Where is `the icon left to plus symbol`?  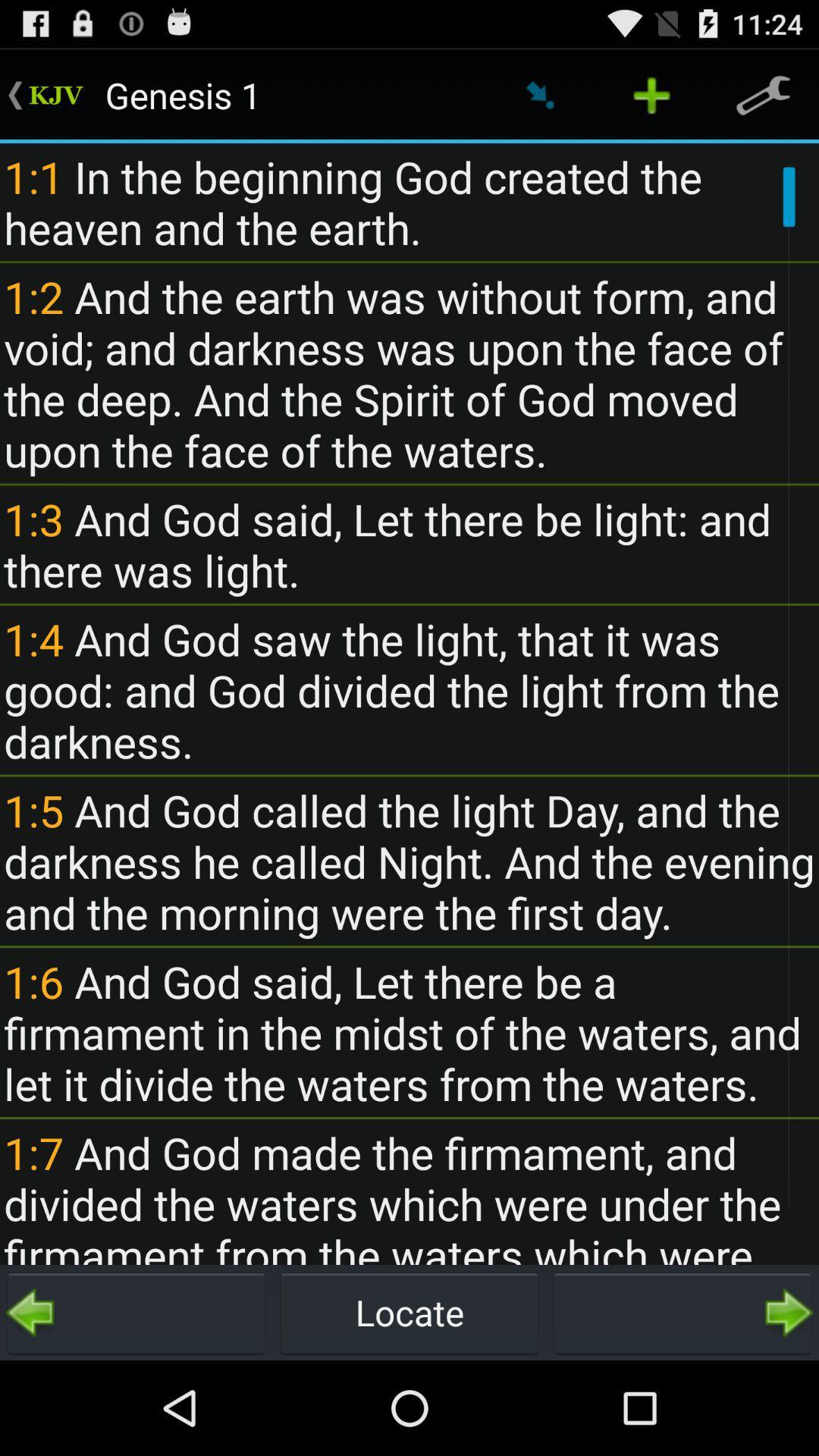
the icon left to plus symbol is located at coordinates (539, 94).